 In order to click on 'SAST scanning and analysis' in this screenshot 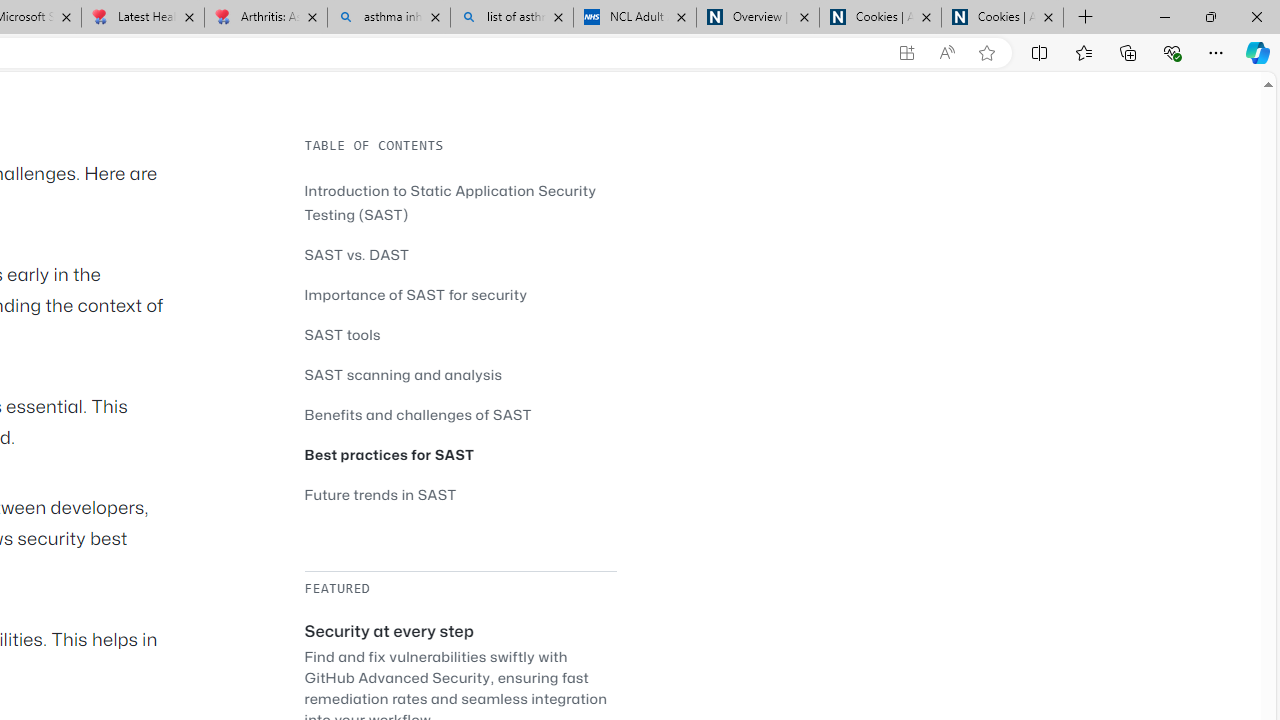, I will do `click(402, 374)`.